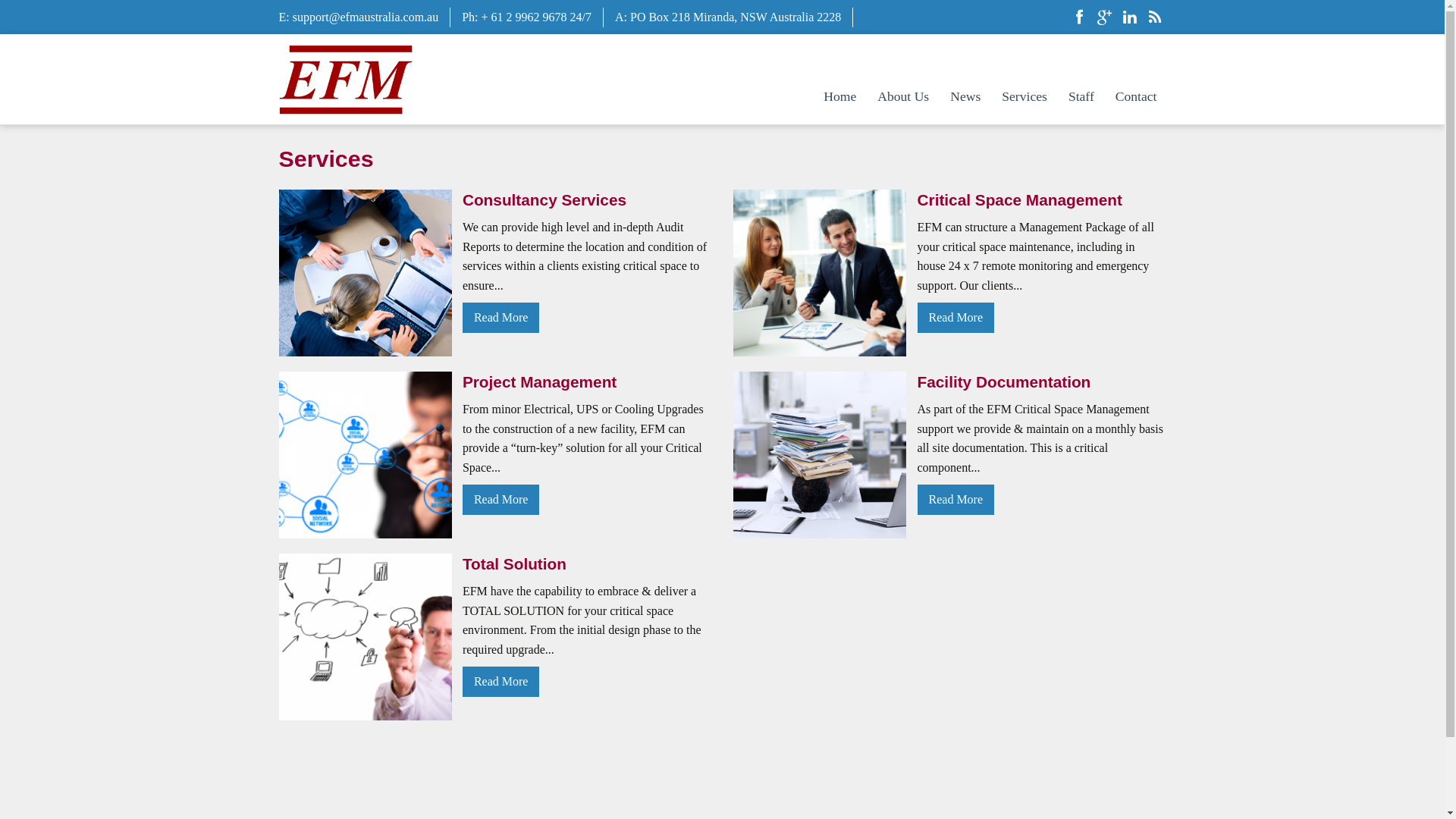  Describe the element at coordinates (461, 499) in the screenshot. I see `'Read More'` at that location.